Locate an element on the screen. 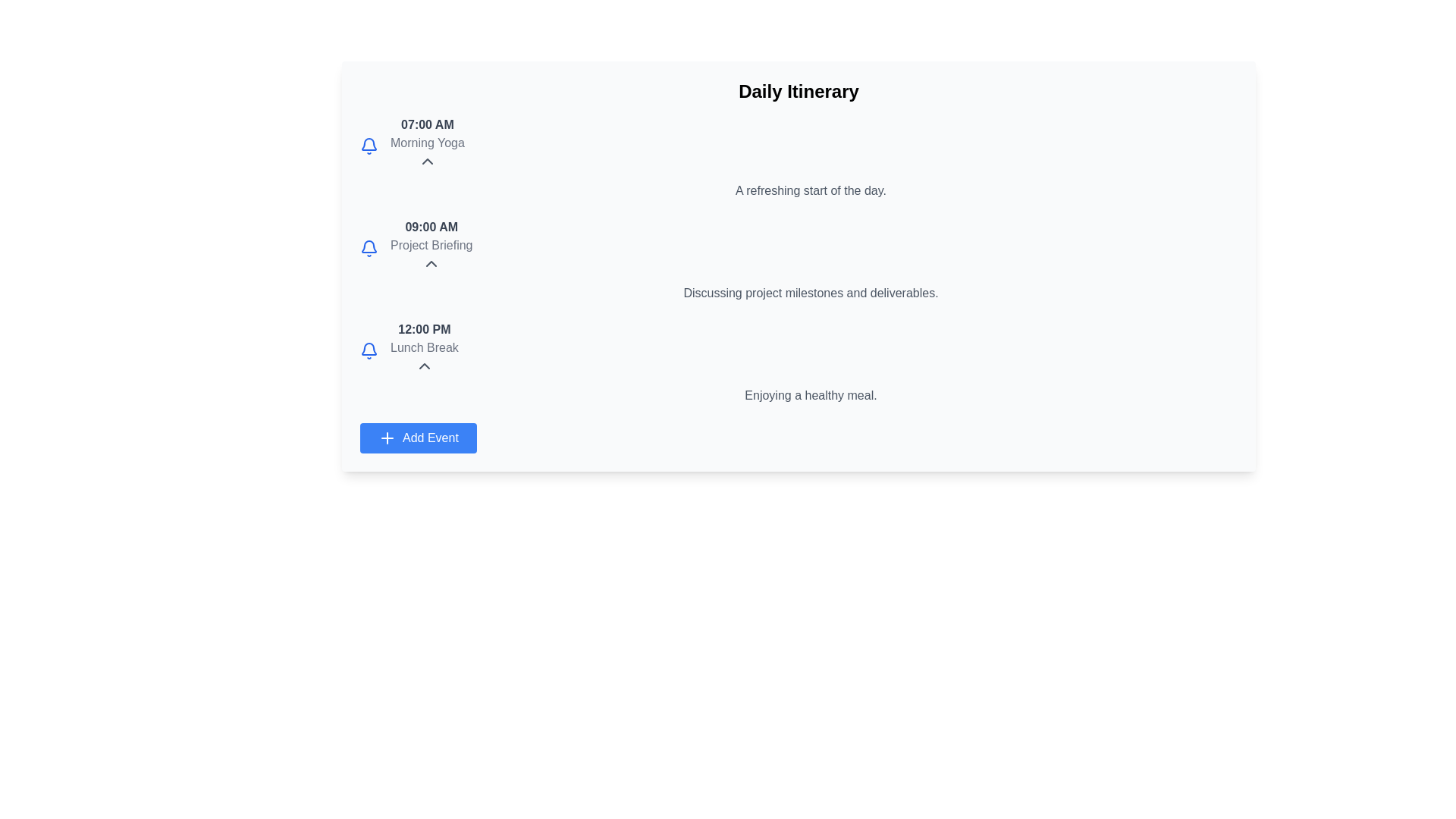 Image resolution: width=1456 pixels, height=819 pixels. the upward-pointing caret associated with the 'Project Briefing' text element is located at coordinates (431, 247).